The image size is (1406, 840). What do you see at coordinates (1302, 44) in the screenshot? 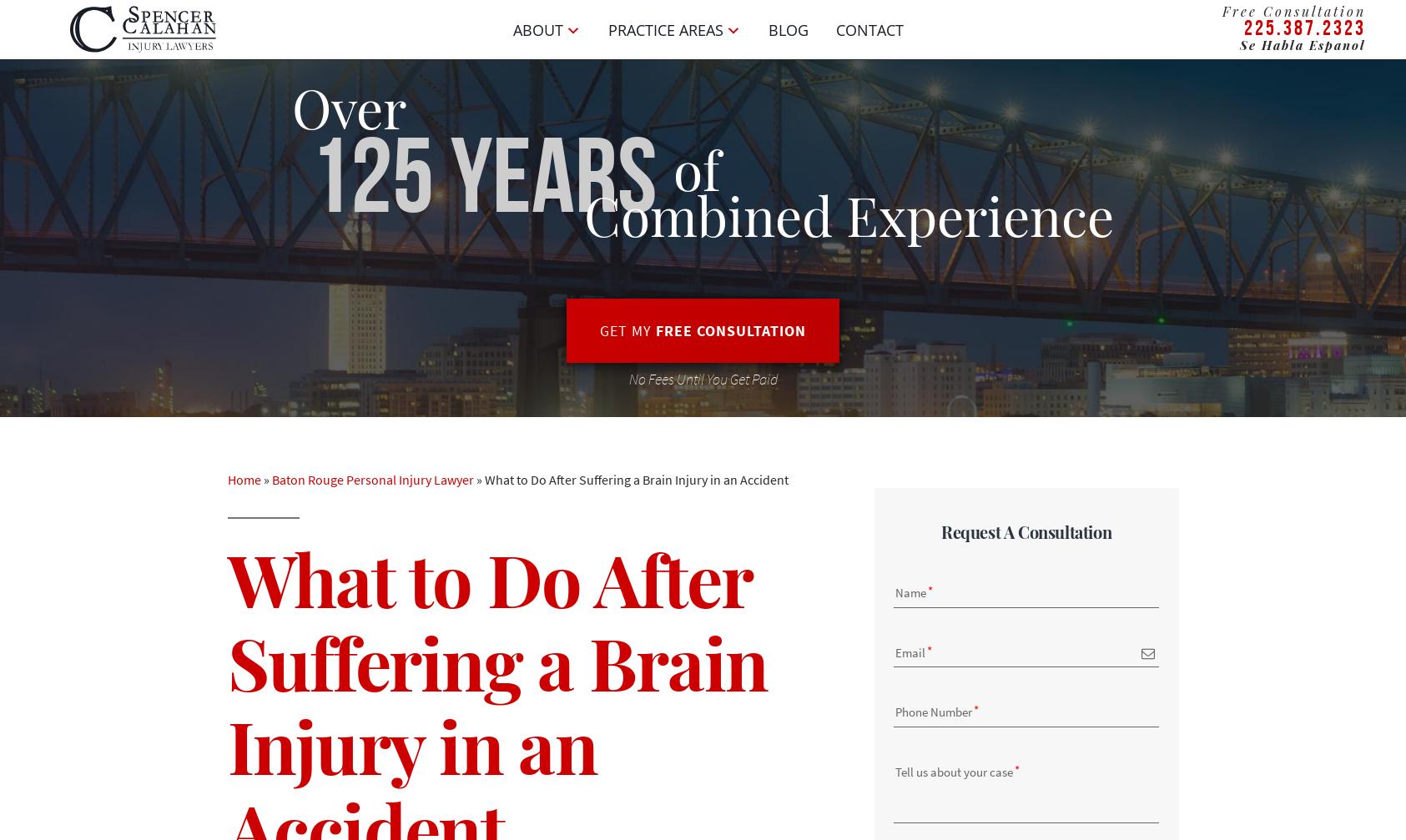
I see `'Se Habla Espanol'` at bounding box center [1302, 44].